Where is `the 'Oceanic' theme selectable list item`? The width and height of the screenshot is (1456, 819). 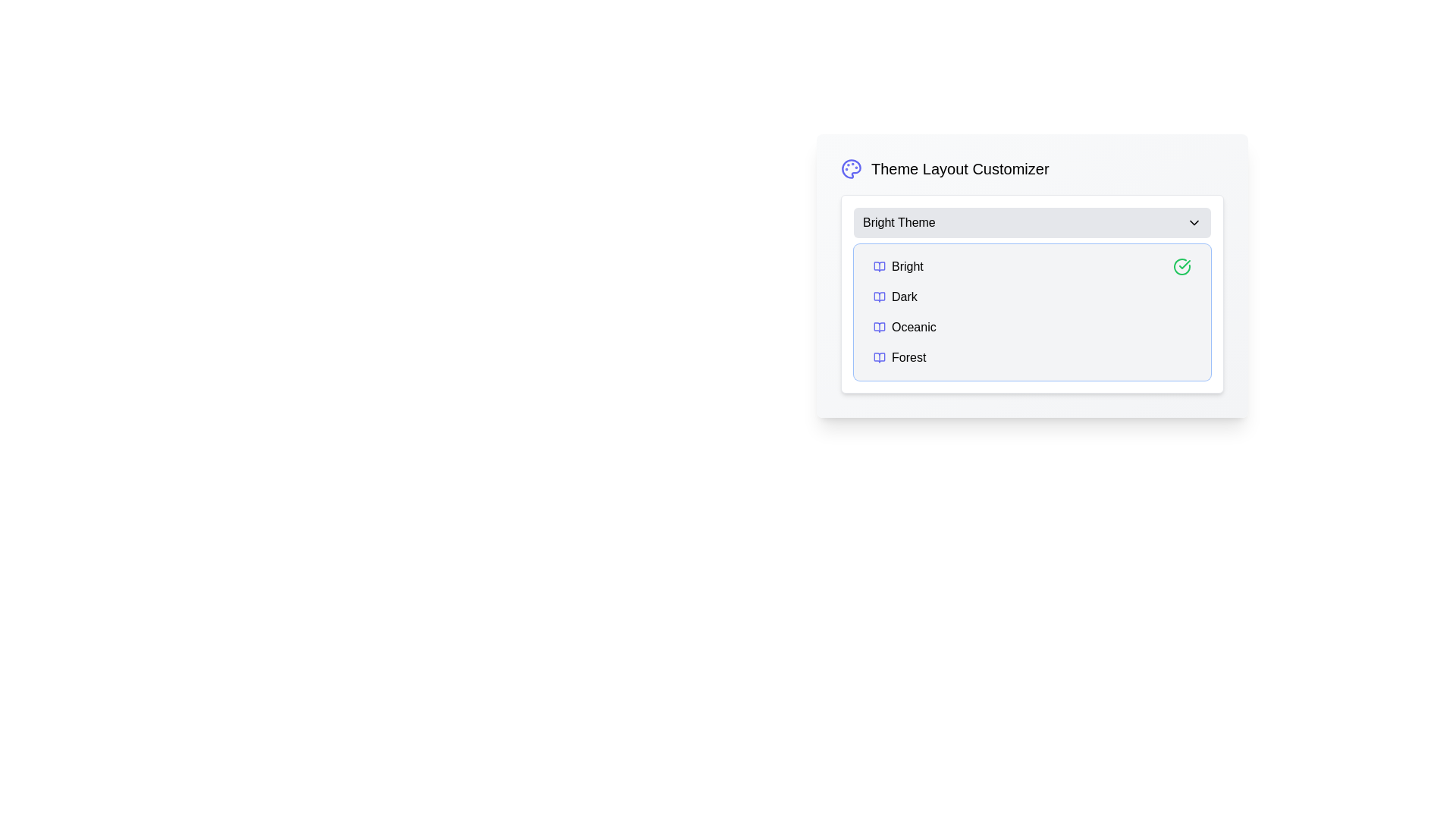 the 'Oceanic' theme selectable list item is located at coordinates (1031, 327).